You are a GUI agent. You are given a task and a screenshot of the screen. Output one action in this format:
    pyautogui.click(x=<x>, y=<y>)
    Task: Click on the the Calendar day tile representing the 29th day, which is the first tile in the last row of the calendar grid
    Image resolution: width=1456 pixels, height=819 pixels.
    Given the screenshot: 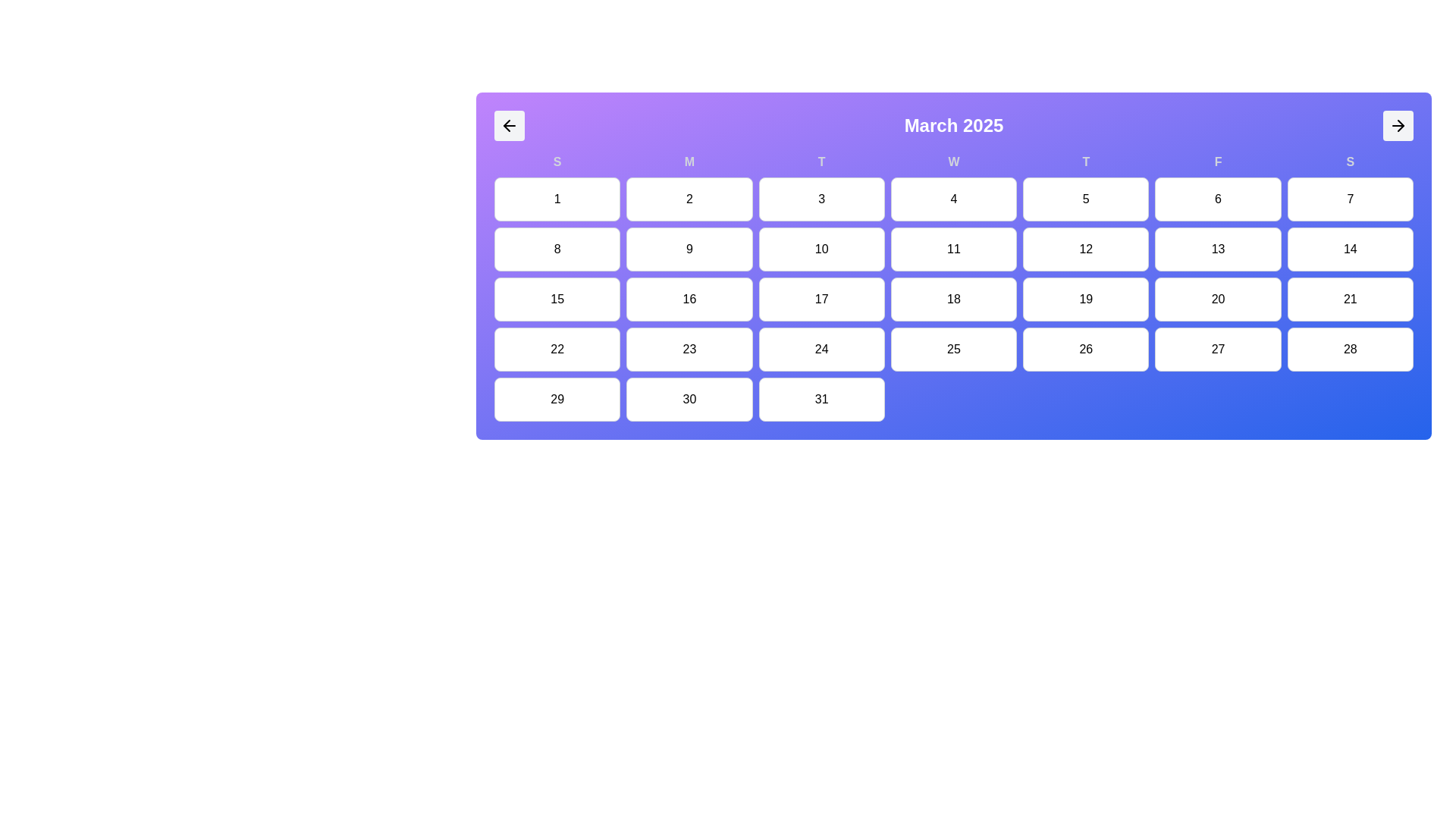 What is the action you would take?
    pyautogui.click(x=557, y=399)
    